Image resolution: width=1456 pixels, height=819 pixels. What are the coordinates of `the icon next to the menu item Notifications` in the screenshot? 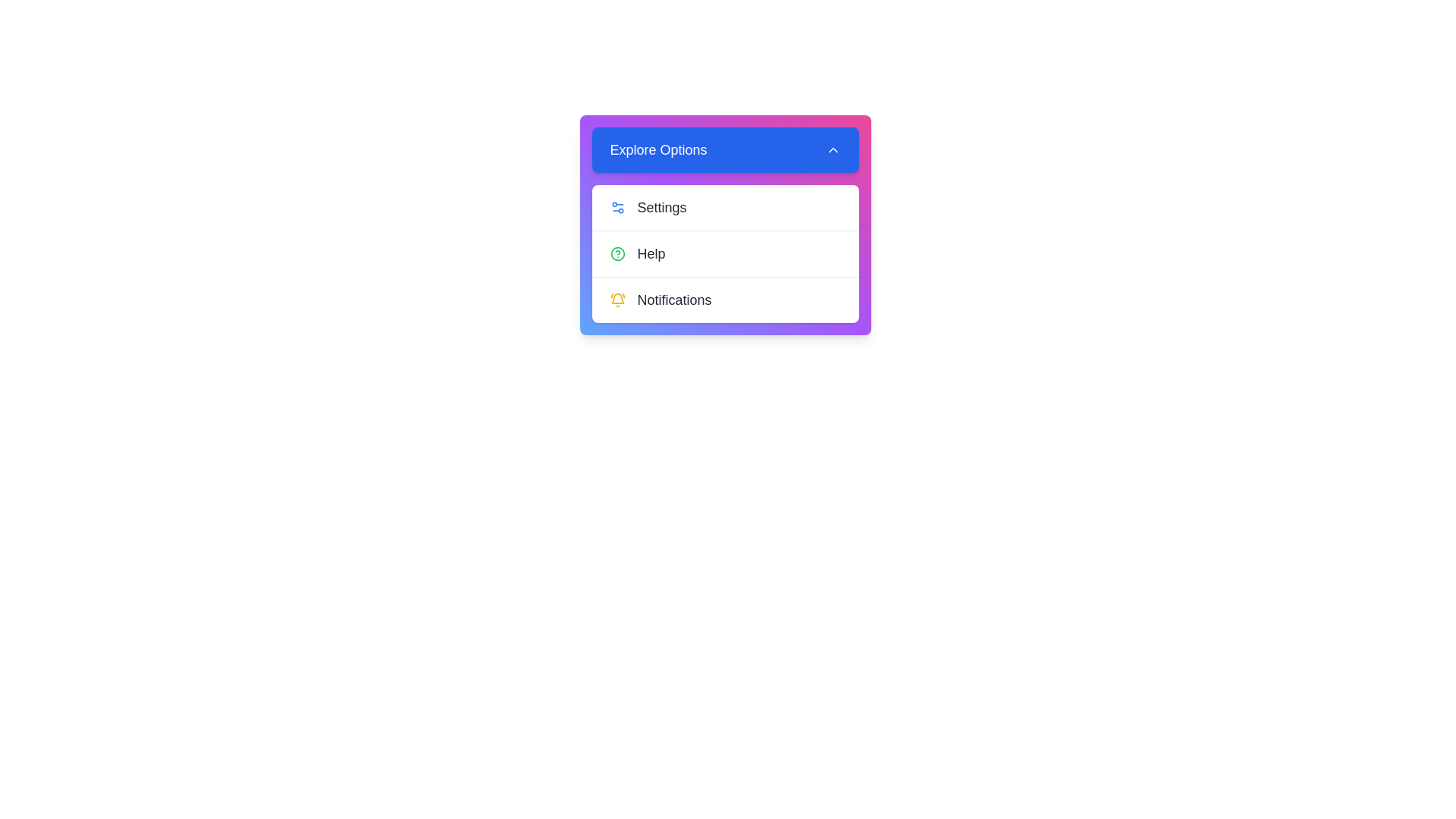 It's located at (617, 300).